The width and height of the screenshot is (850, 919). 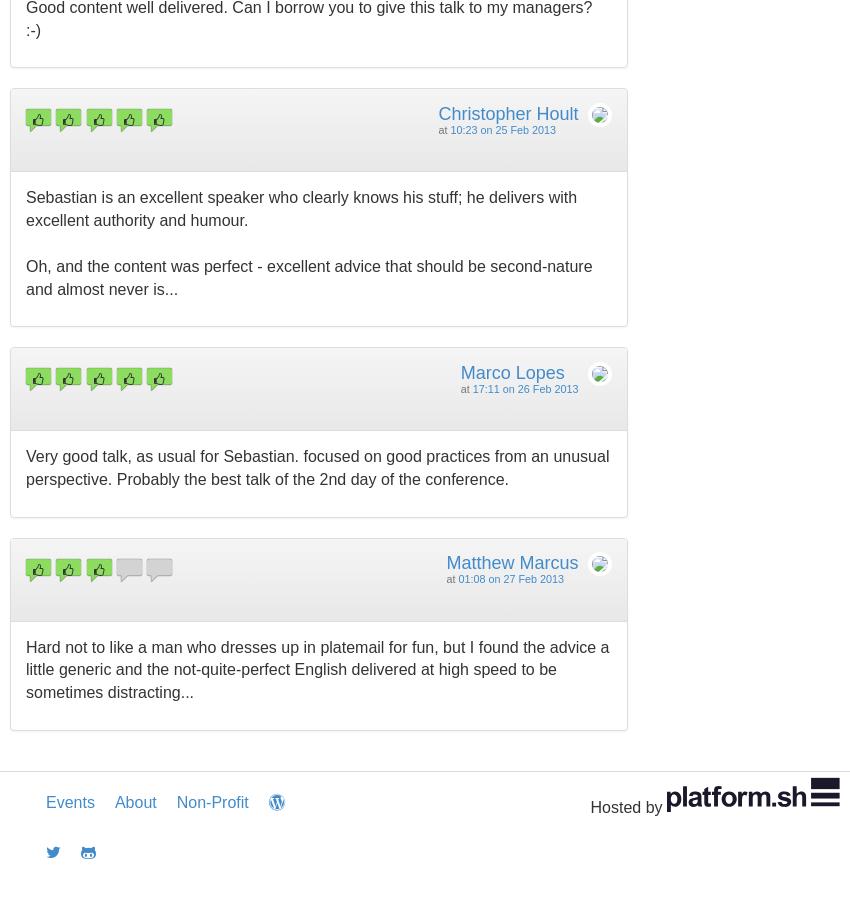 I want to click on '17:11 on 26 Feb 2013', so click(x=523, y=388).